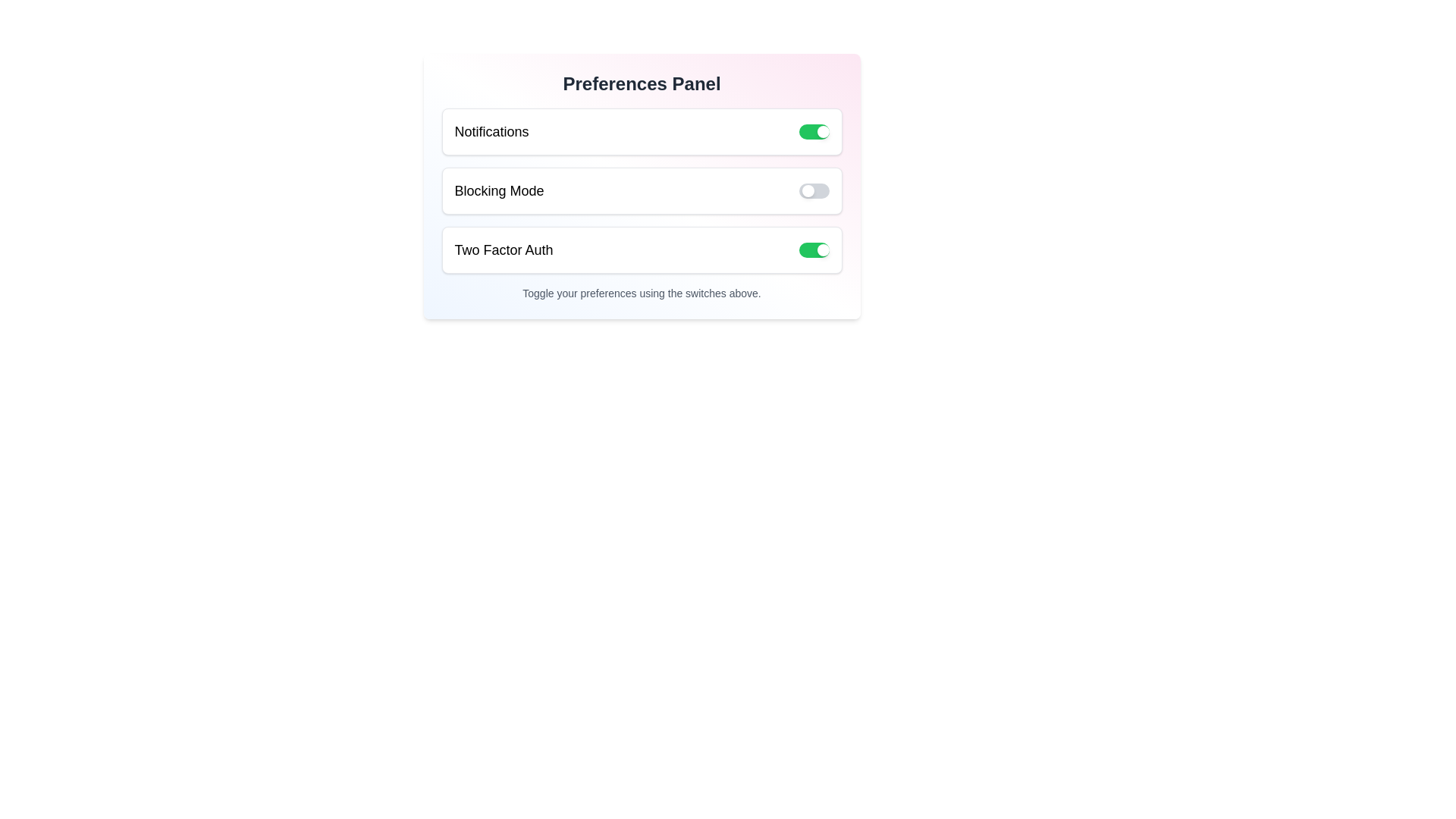 The height and width of the screenshot is (819, 1456). What do you see at coordinates (813, 249) in the screenshot?
I see `the 'Two Factor Auth' switch to toggle its state` at bounding box center [813, 249].